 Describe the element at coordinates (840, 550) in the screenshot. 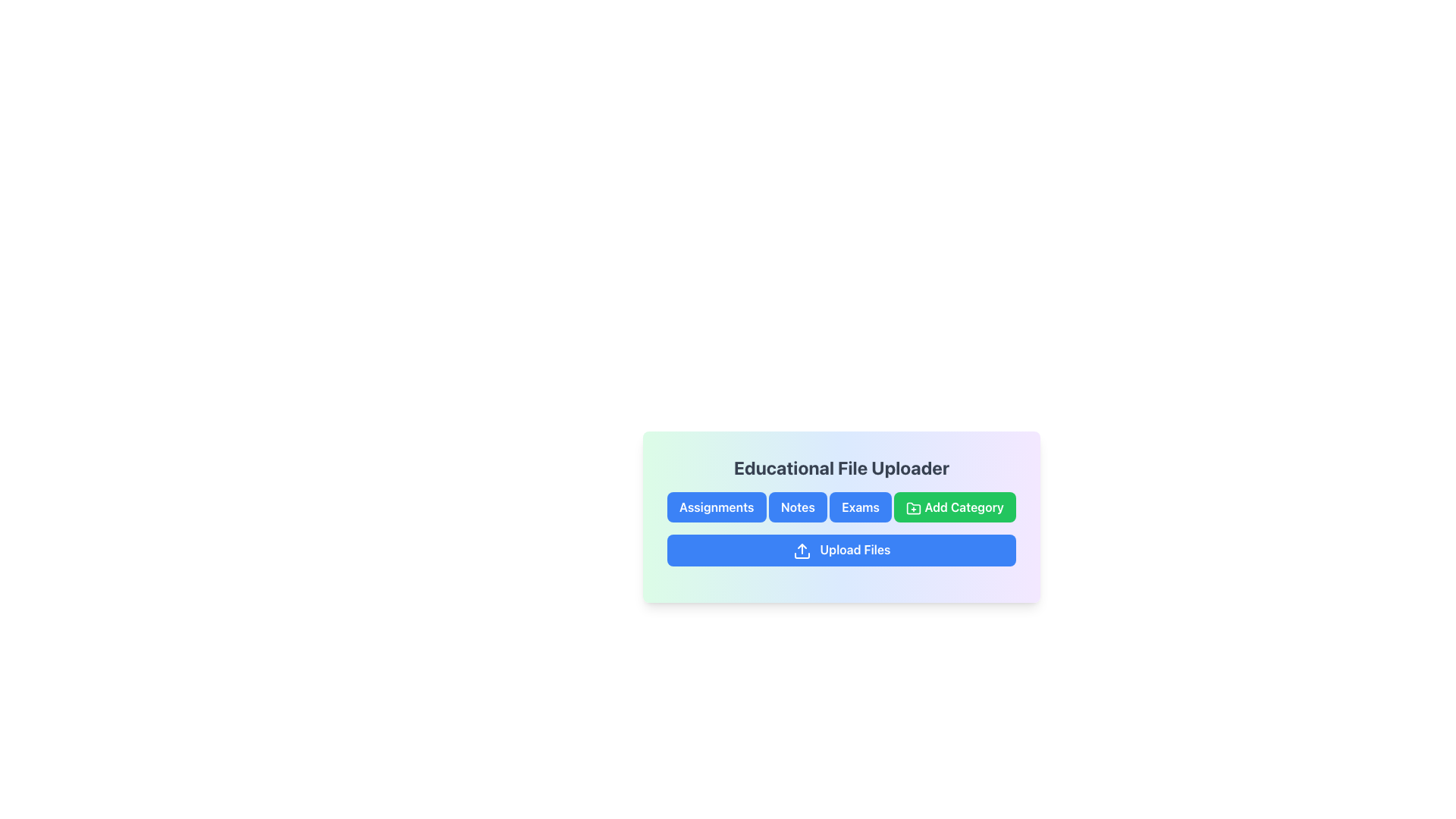

I see `the 'Upload Files' button, which has a blue background, white text, and an upload icon` at that location.